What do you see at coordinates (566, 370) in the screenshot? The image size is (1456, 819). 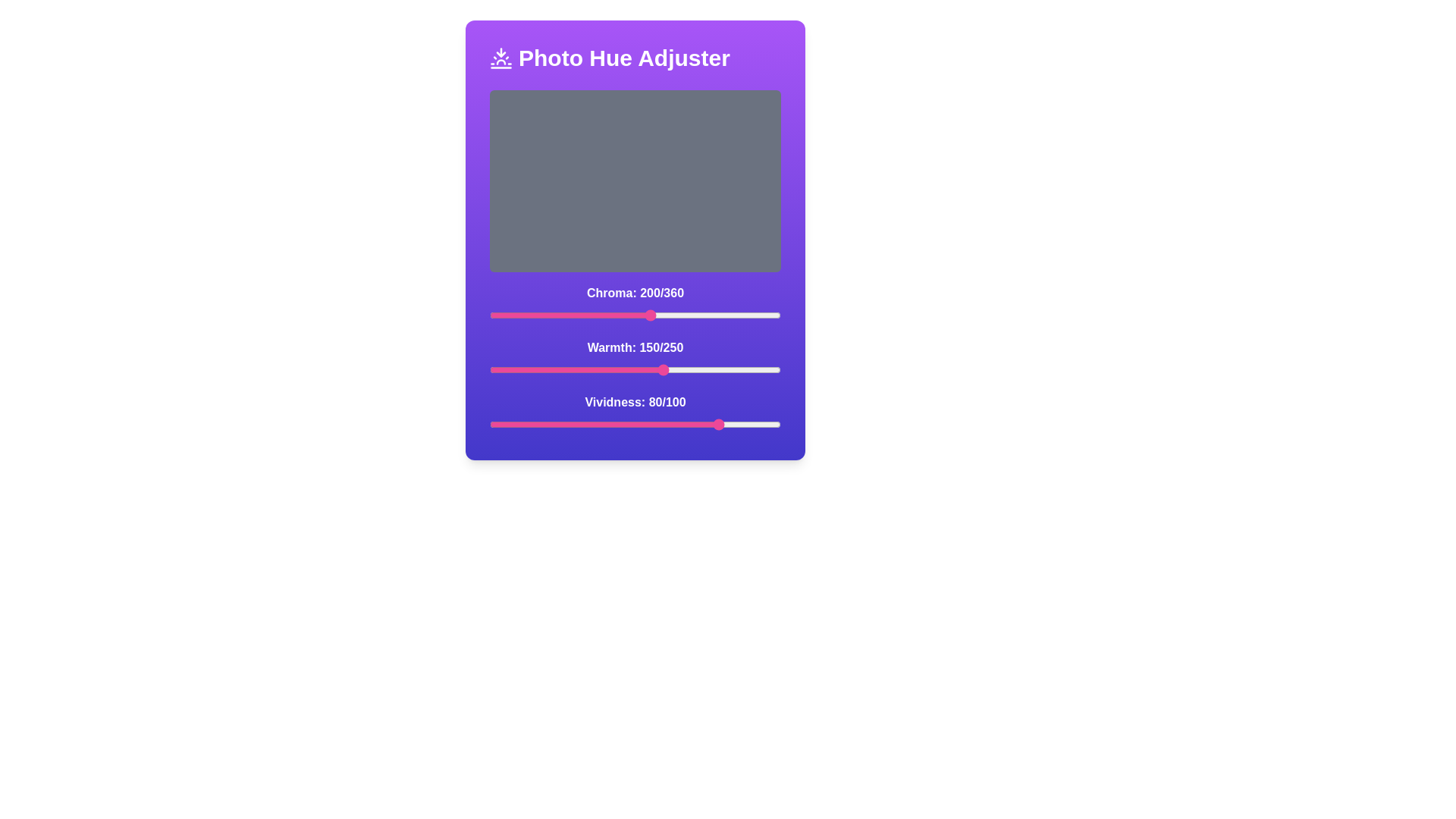 I see `the warmth slider to 66 value` at bounding box center [566, 370].